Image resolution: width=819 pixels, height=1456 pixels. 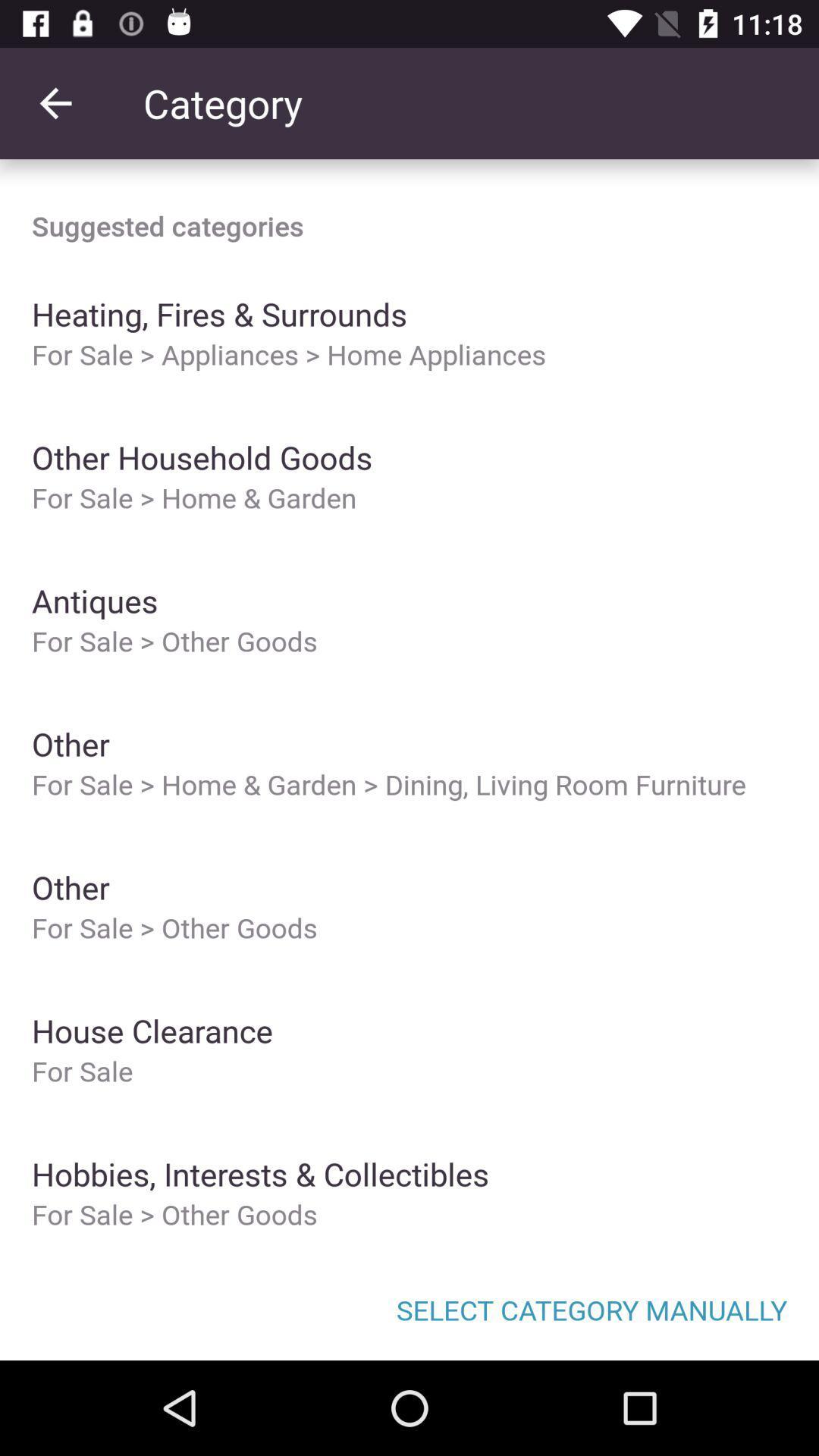 I want to click on the item next to the category item, so click(x=55, y=102).